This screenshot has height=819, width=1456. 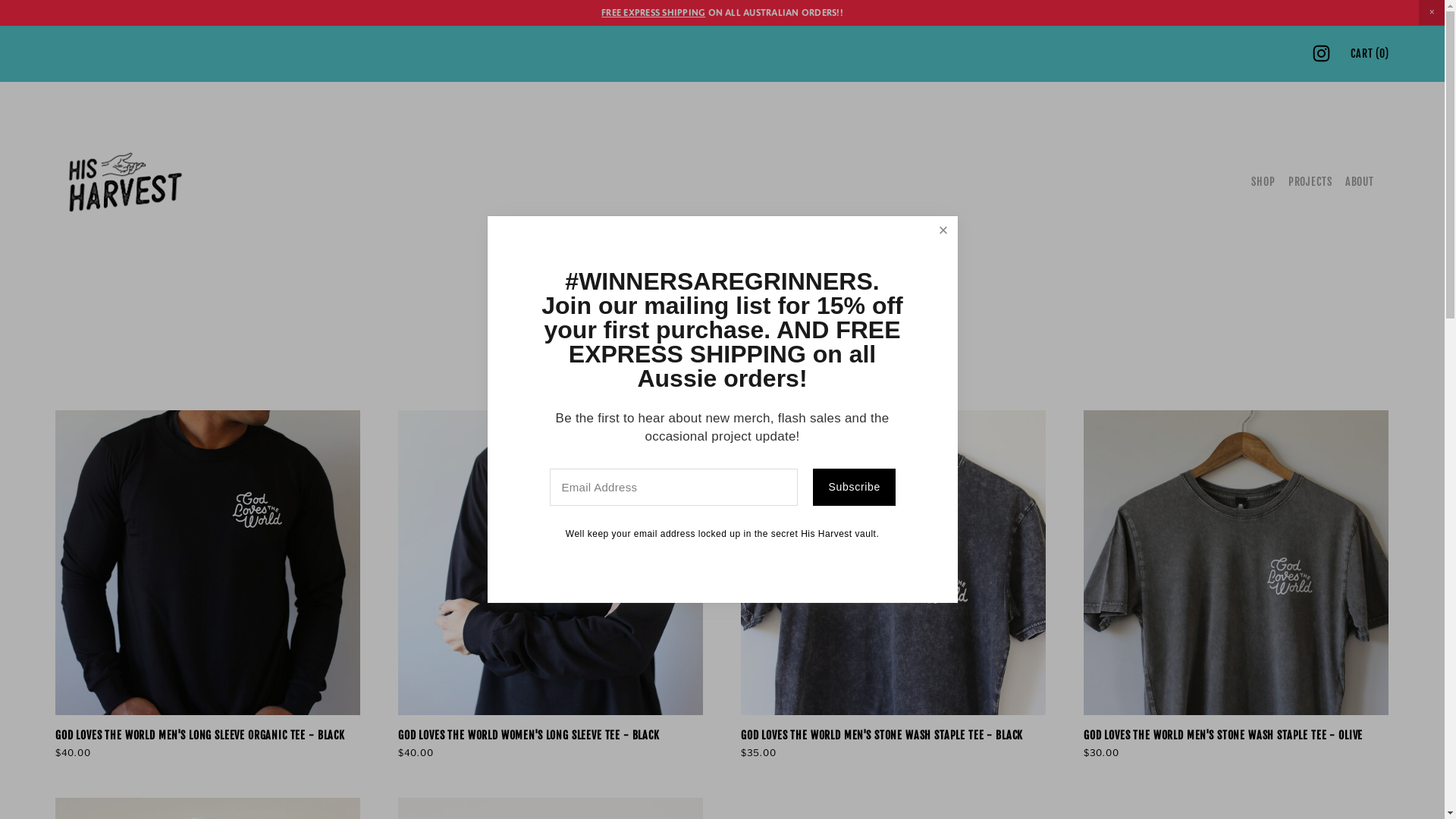 What do you see at coordinates (740, 381) in the screenshot?
I see `'HATS'` at bounding box center [740, 381].